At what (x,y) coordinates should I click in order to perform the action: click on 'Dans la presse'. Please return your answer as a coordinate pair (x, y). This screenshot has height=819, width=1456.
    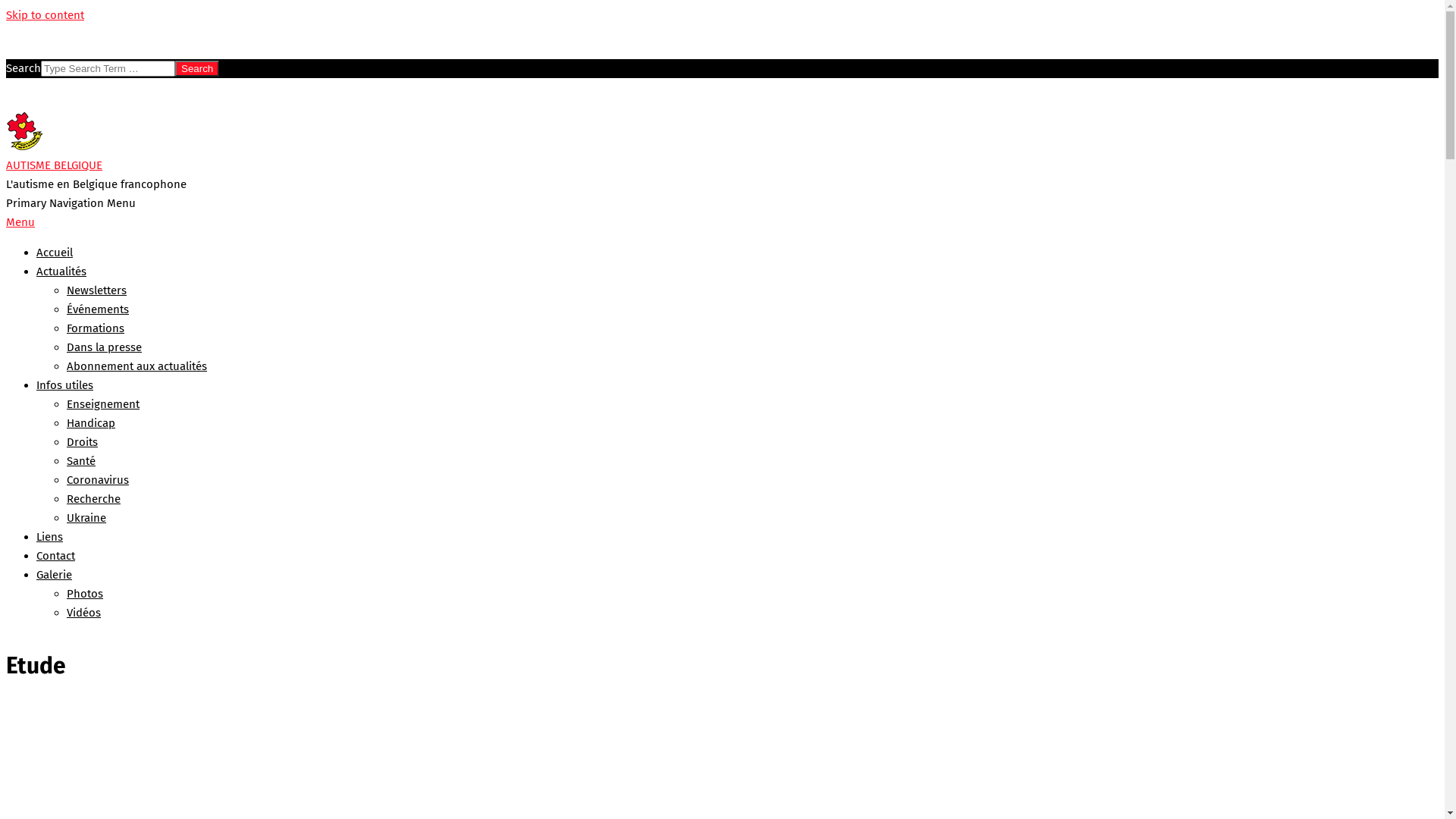
    Looking at the image, I should click on (65, 347).